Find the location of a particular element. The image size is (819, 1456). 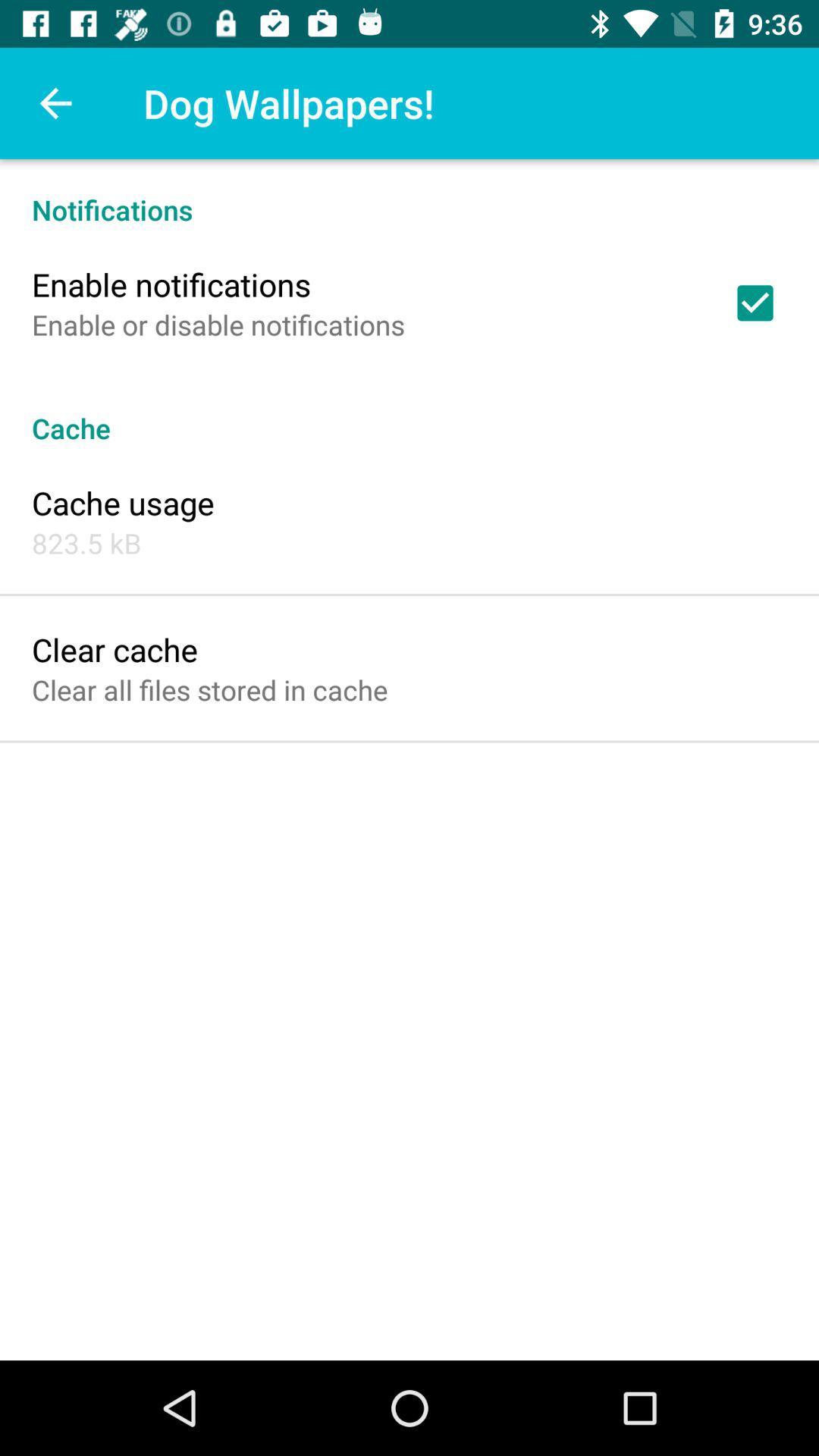

icon below the enable notifications item is located at coordinates (218, 324).